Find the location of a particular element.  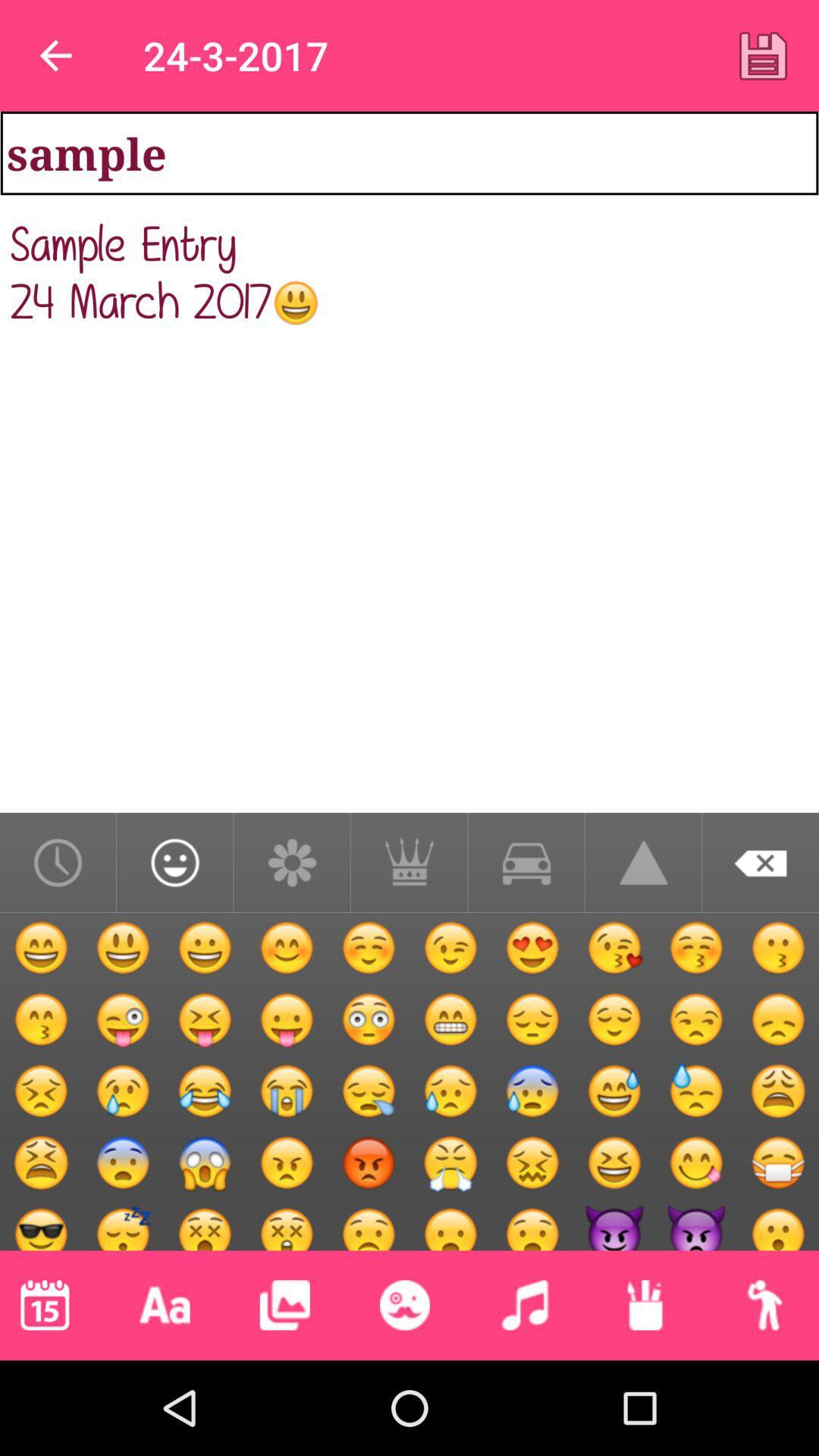

the emoji icon is located at coordinates (42, 1207).